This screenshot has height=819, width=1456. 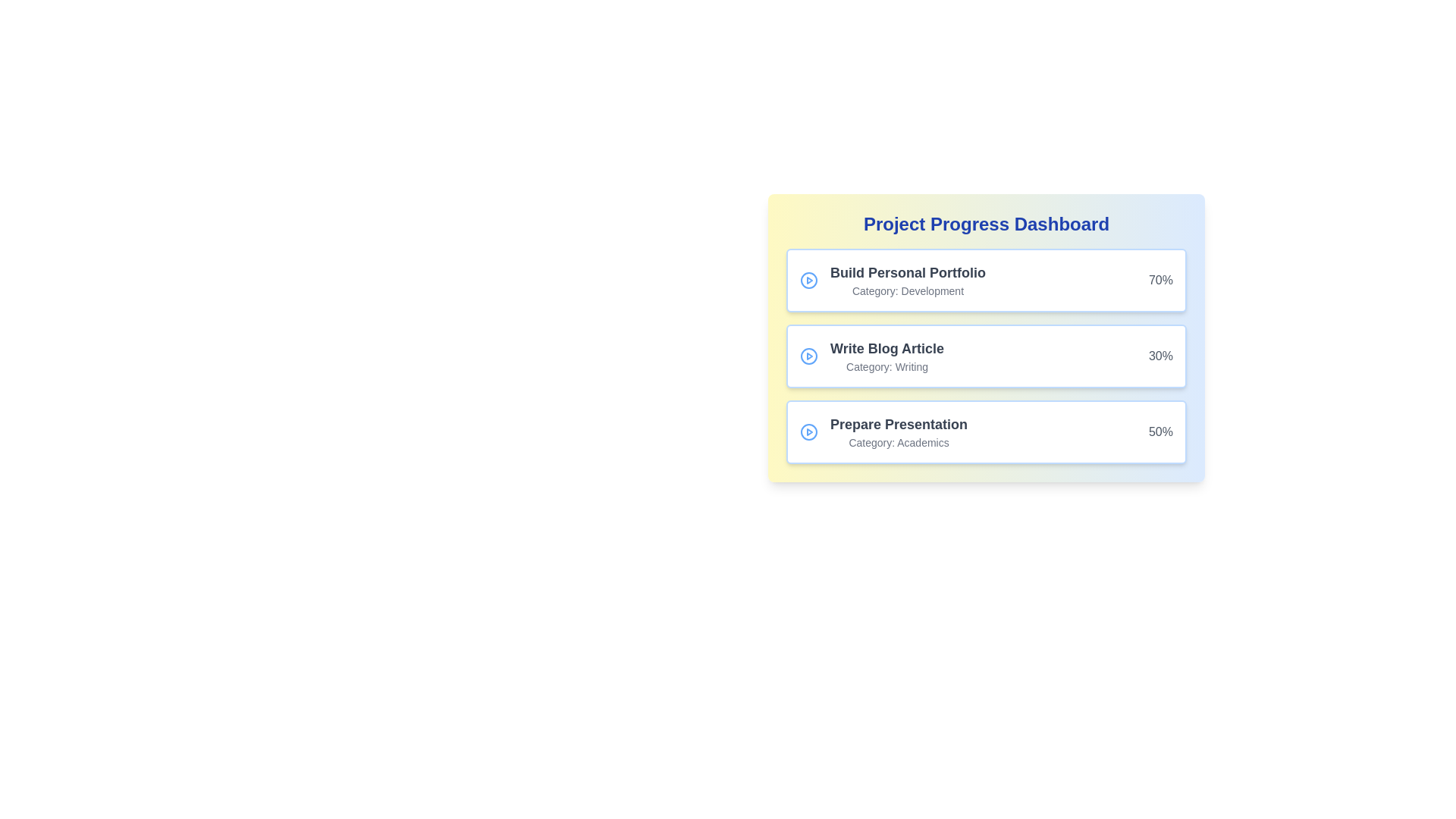 I want to click on displayed task 'Build Personal Portfolio' and its category 'Development' from the Text Display located in the top-left portion of the first card, so click(x=893, y=281).